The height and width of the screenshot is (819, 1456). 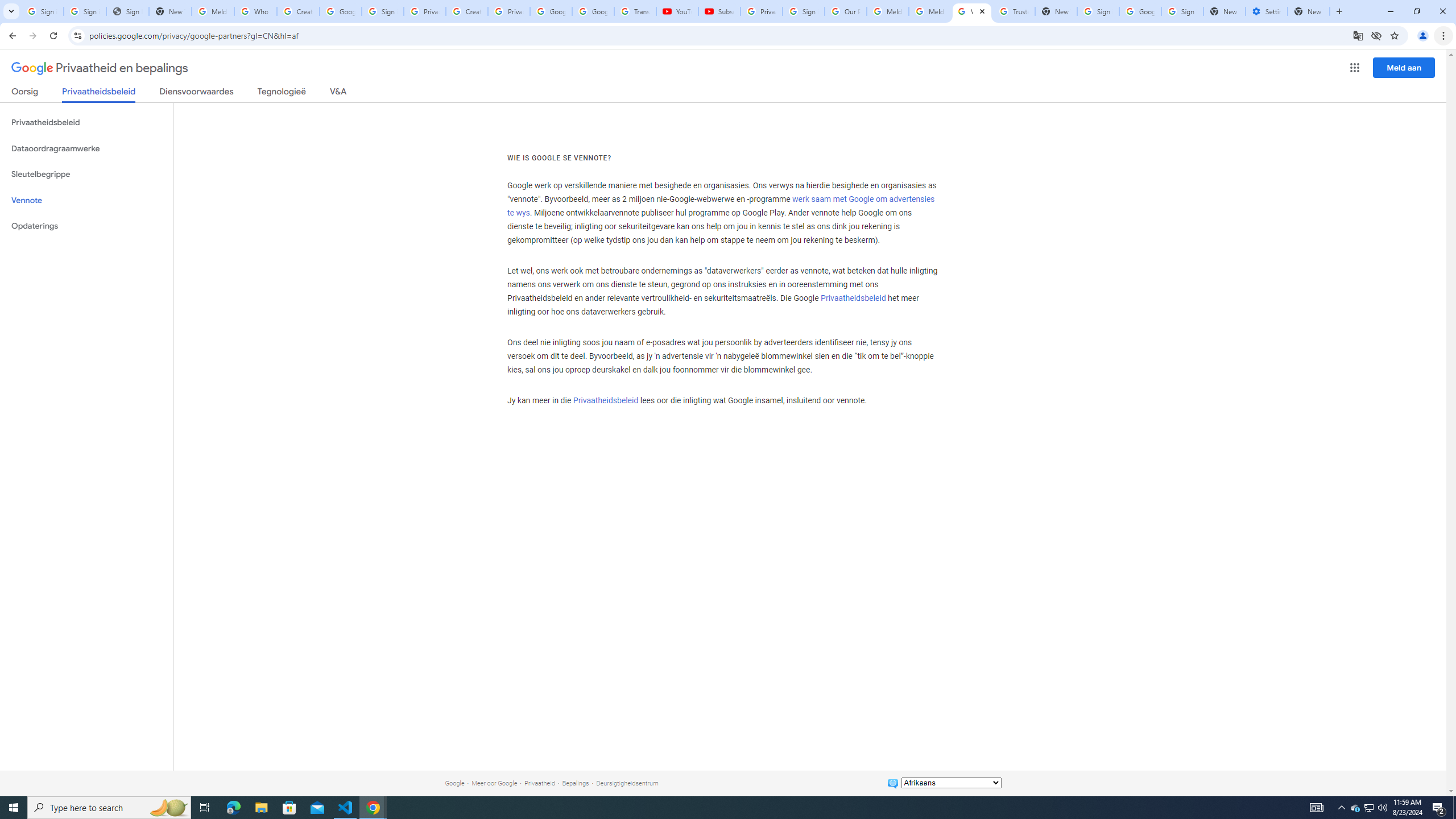 What do you see at coordinates (1404, 67) in the screenshot?
I see `'Meld aan'` at bounding box center [1404, 67].